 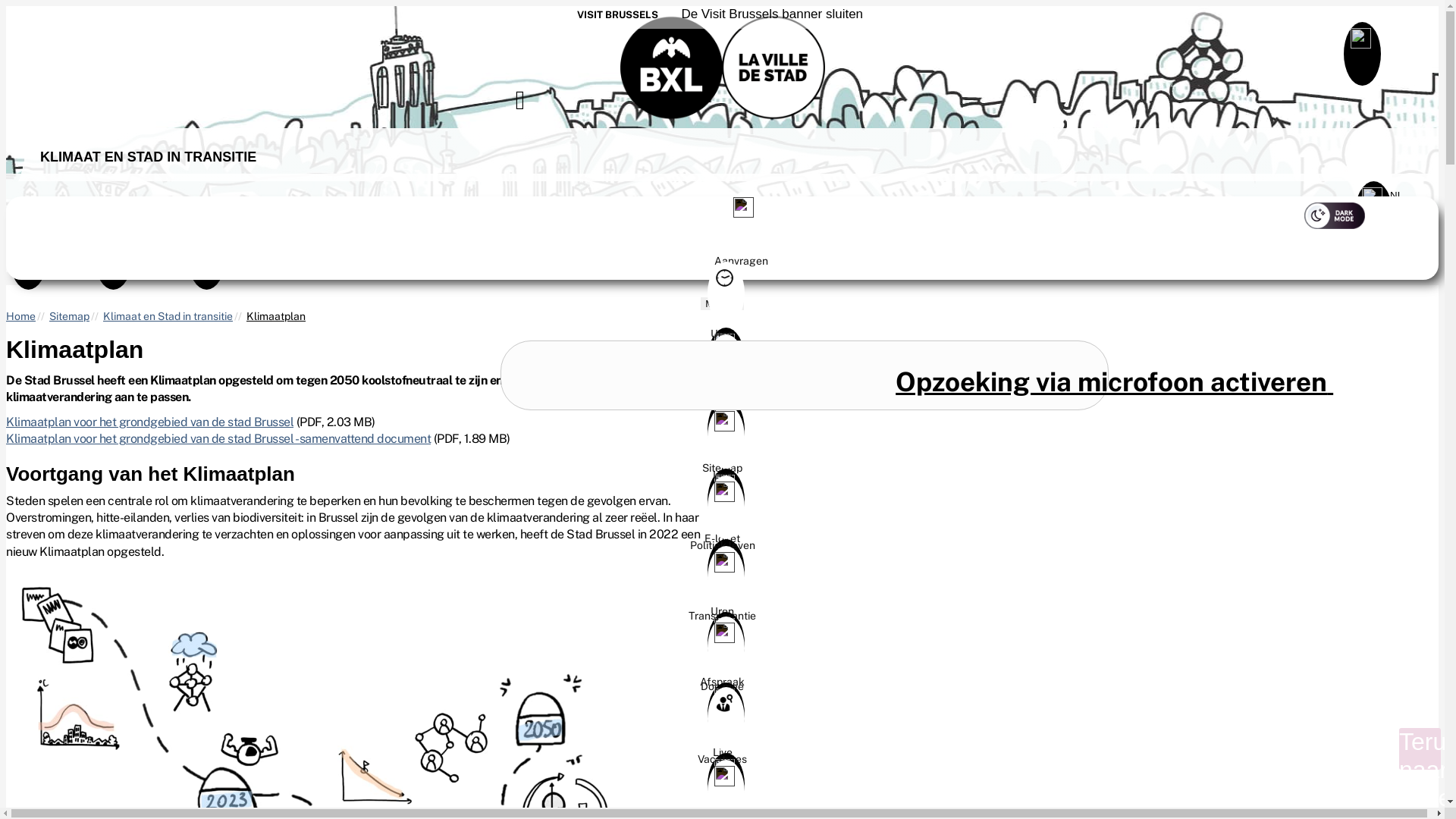 What do you see at coordinates (783, 237) in the screenshot?
I see `'Aanvragen'` at bounding box center [783, 237].